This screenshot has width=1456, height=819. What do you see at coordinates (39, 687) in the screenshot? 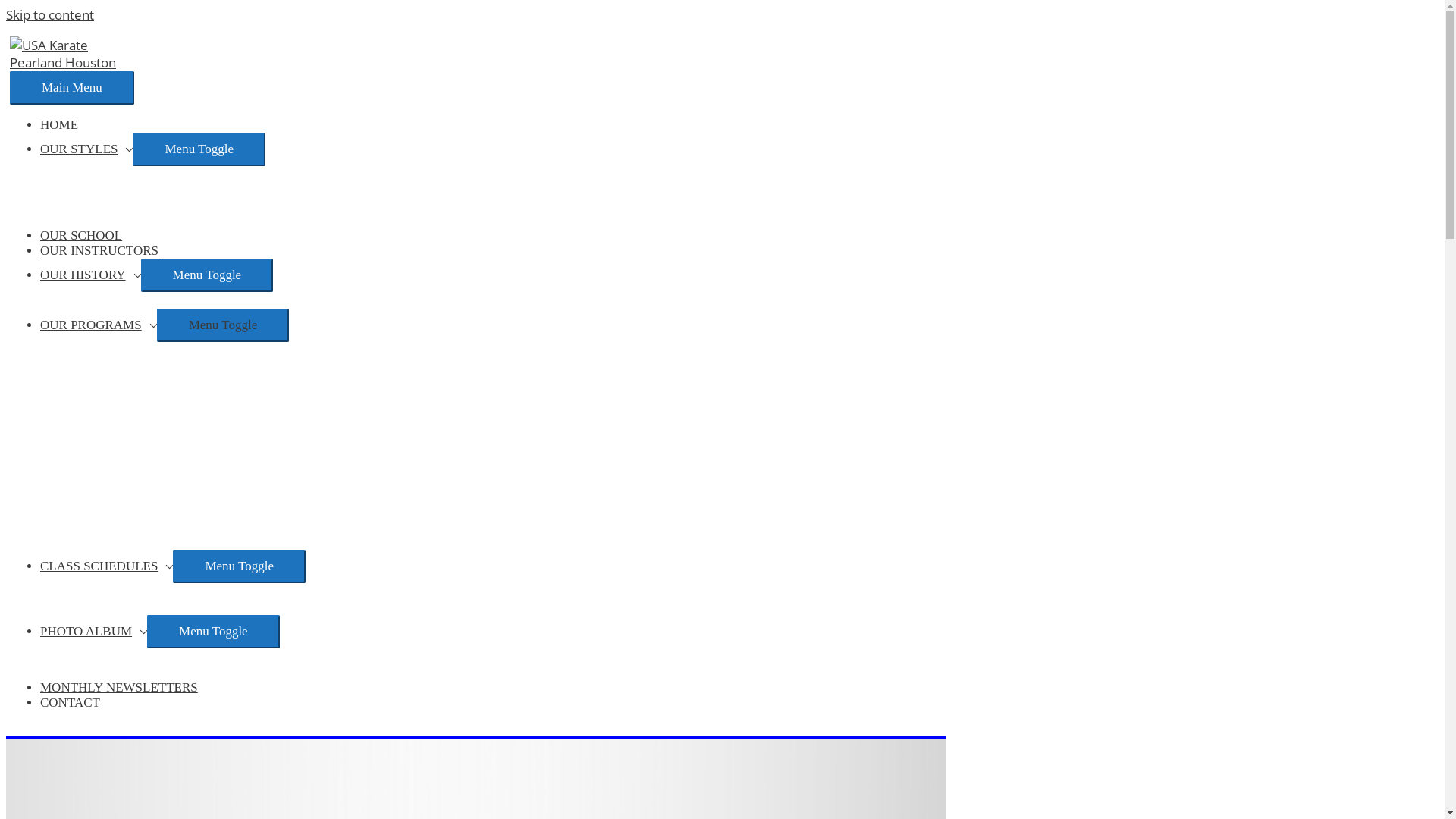
I see `'MONTHLY NEWSLETTERS'` at bounding box center [39, 687].